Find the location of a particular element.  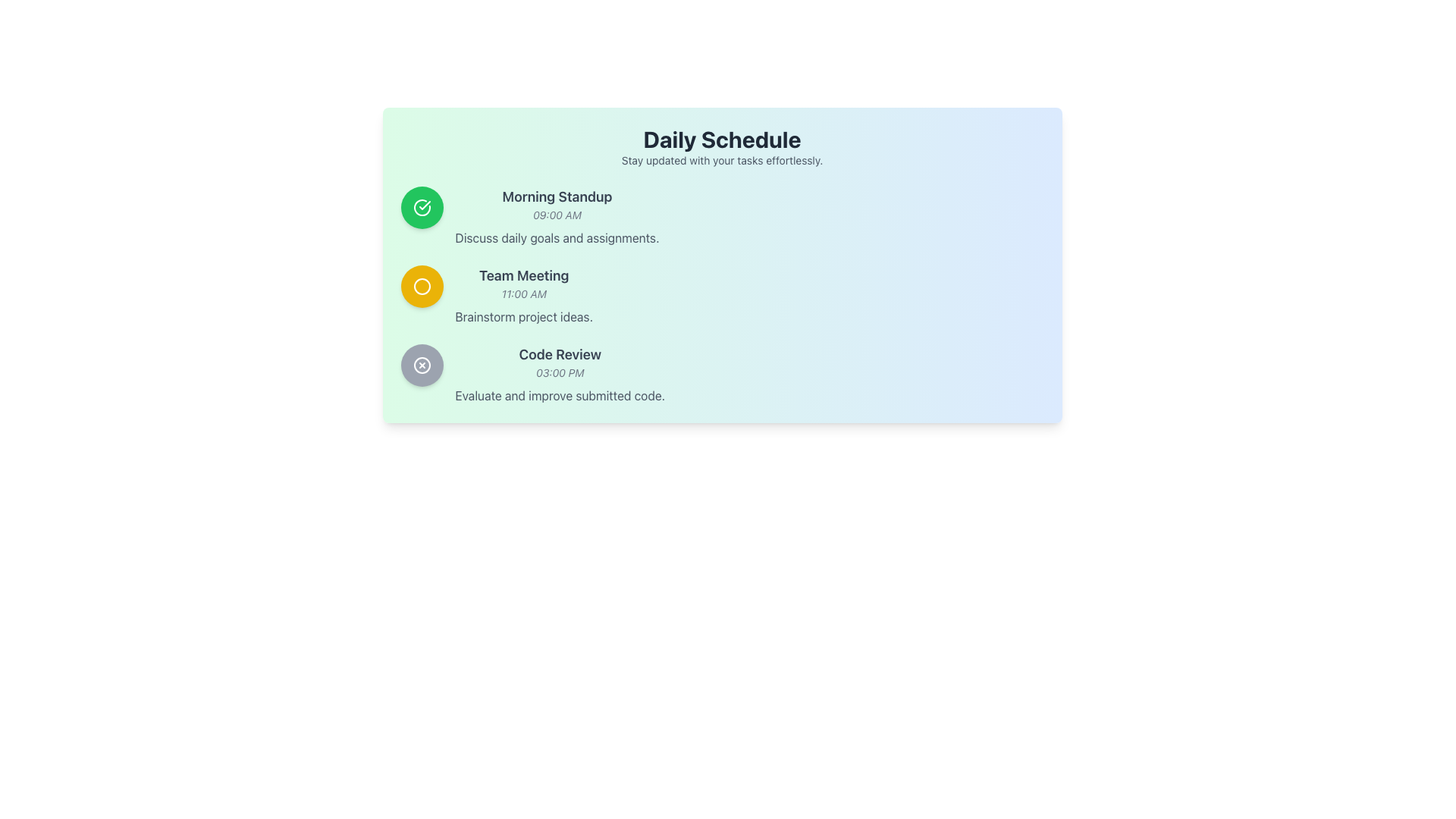

the second SVG Circle Graphic that represents the 'Team Meeting' section in the schedule is located at coordinates (422, 287).